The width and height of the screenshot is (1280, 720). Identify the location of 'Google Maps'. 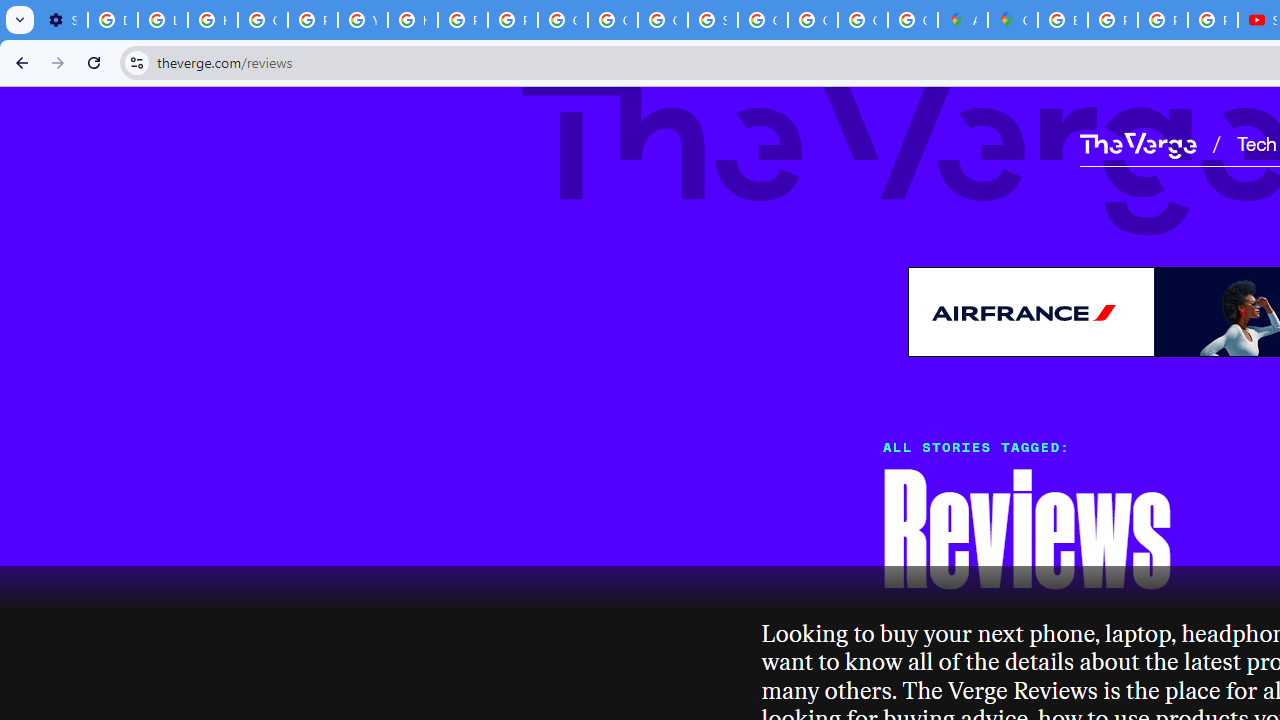
(1013, 20).